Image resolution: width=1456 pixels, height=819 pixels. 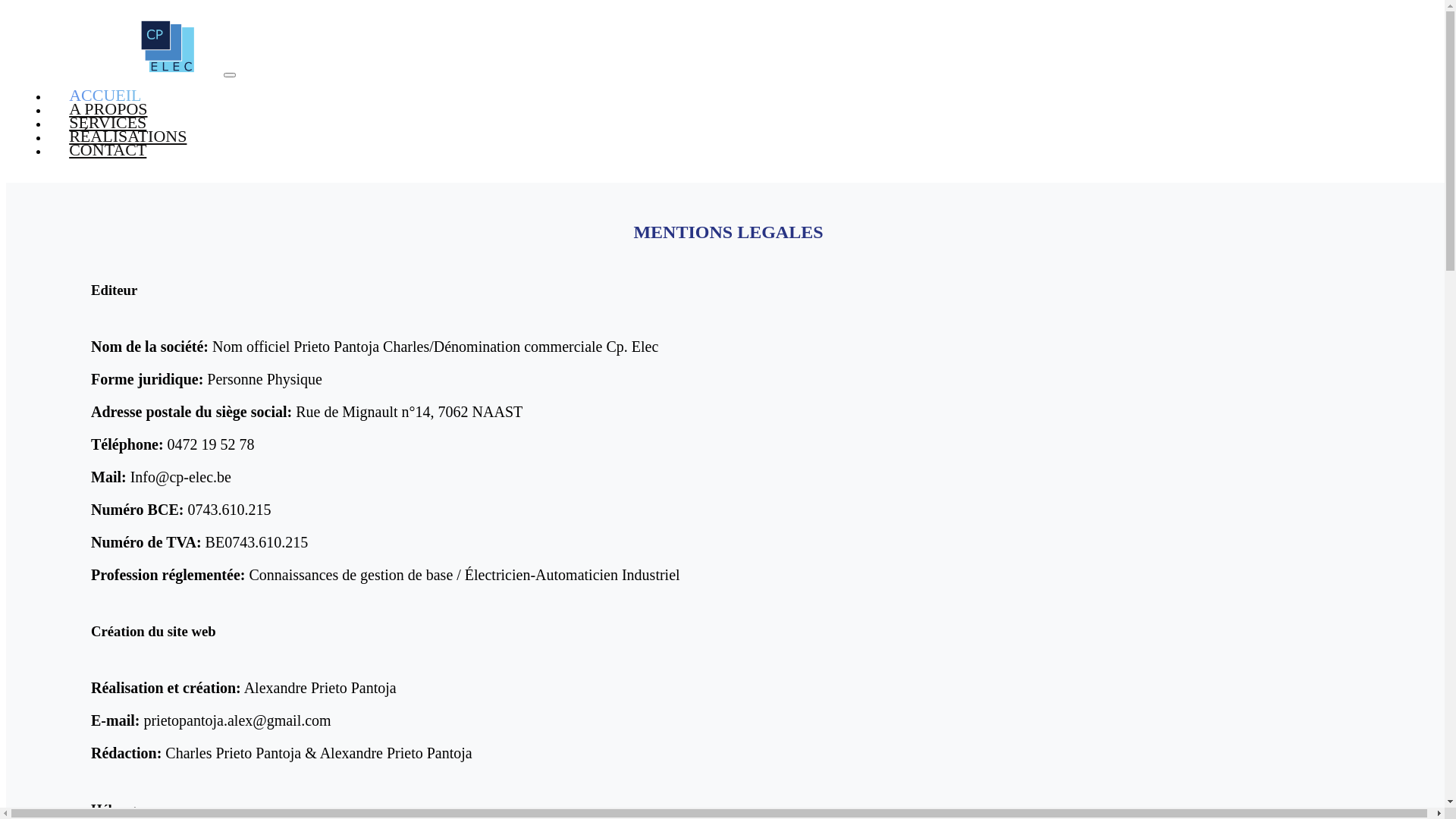 I want to click on 'CONTACT', so click(x=107, y=149).